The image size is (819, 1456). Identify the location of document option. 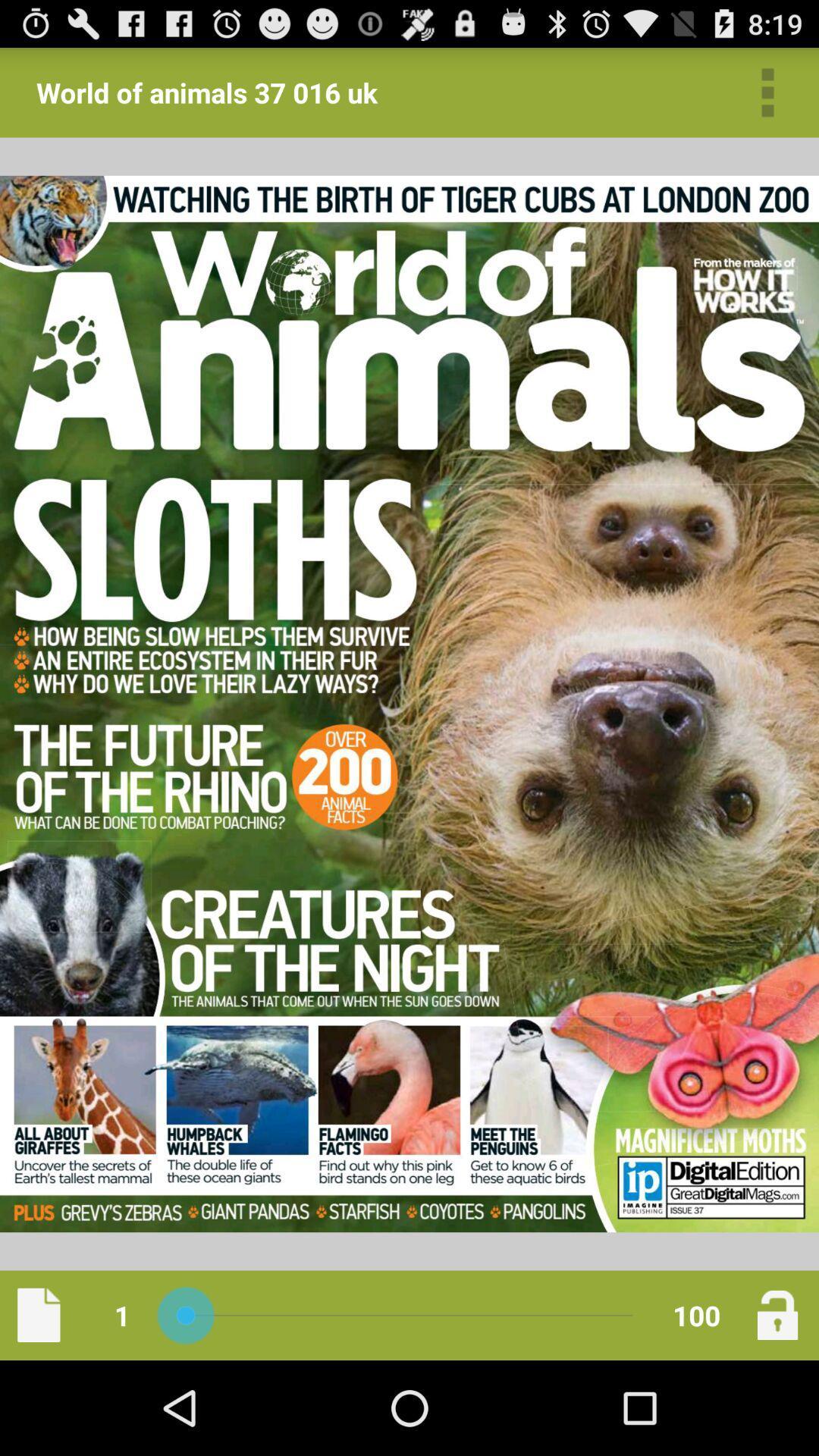
(38, 1314).